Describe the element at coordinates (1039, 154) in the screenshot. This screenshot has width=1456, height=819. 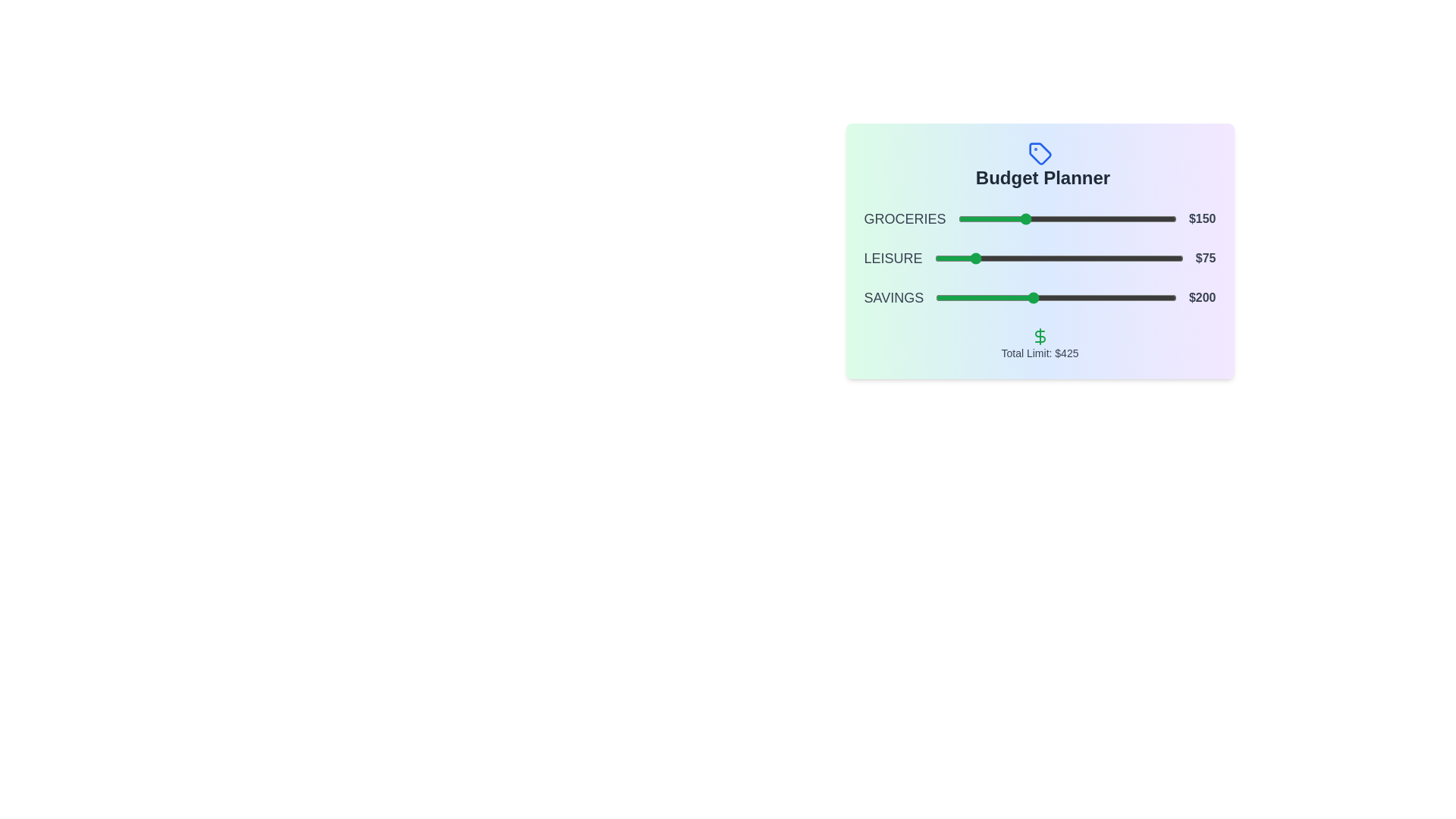
I see `the icon in the header to access additional features` at that location.